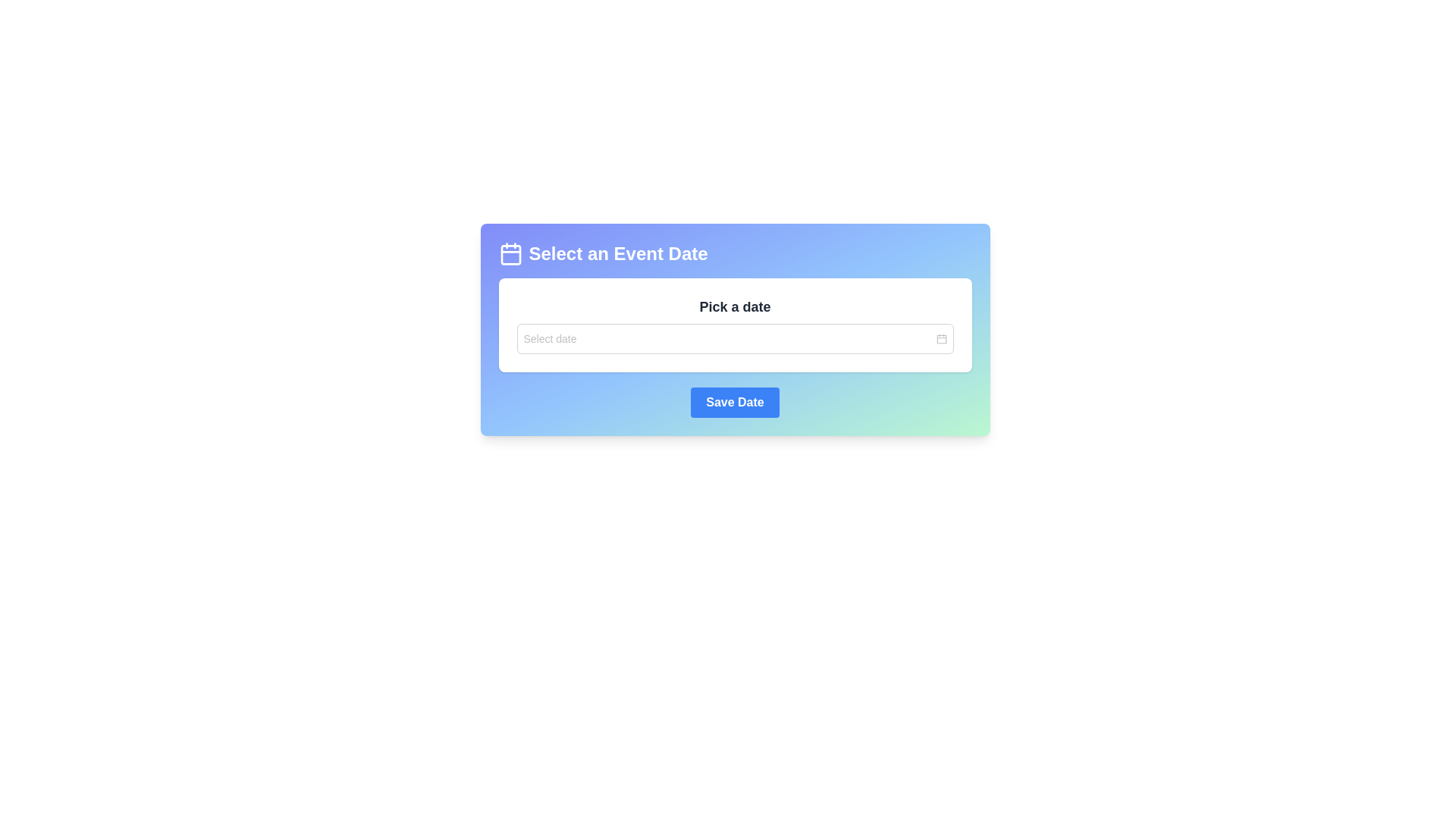 This screenshot has width=1456, height=819. I want to click on the static text element that reads 'Pick a date', which is styled with a large bold font in black color, located inside a white box with rounded corners, positioned above the date input field, so click(735, 307).